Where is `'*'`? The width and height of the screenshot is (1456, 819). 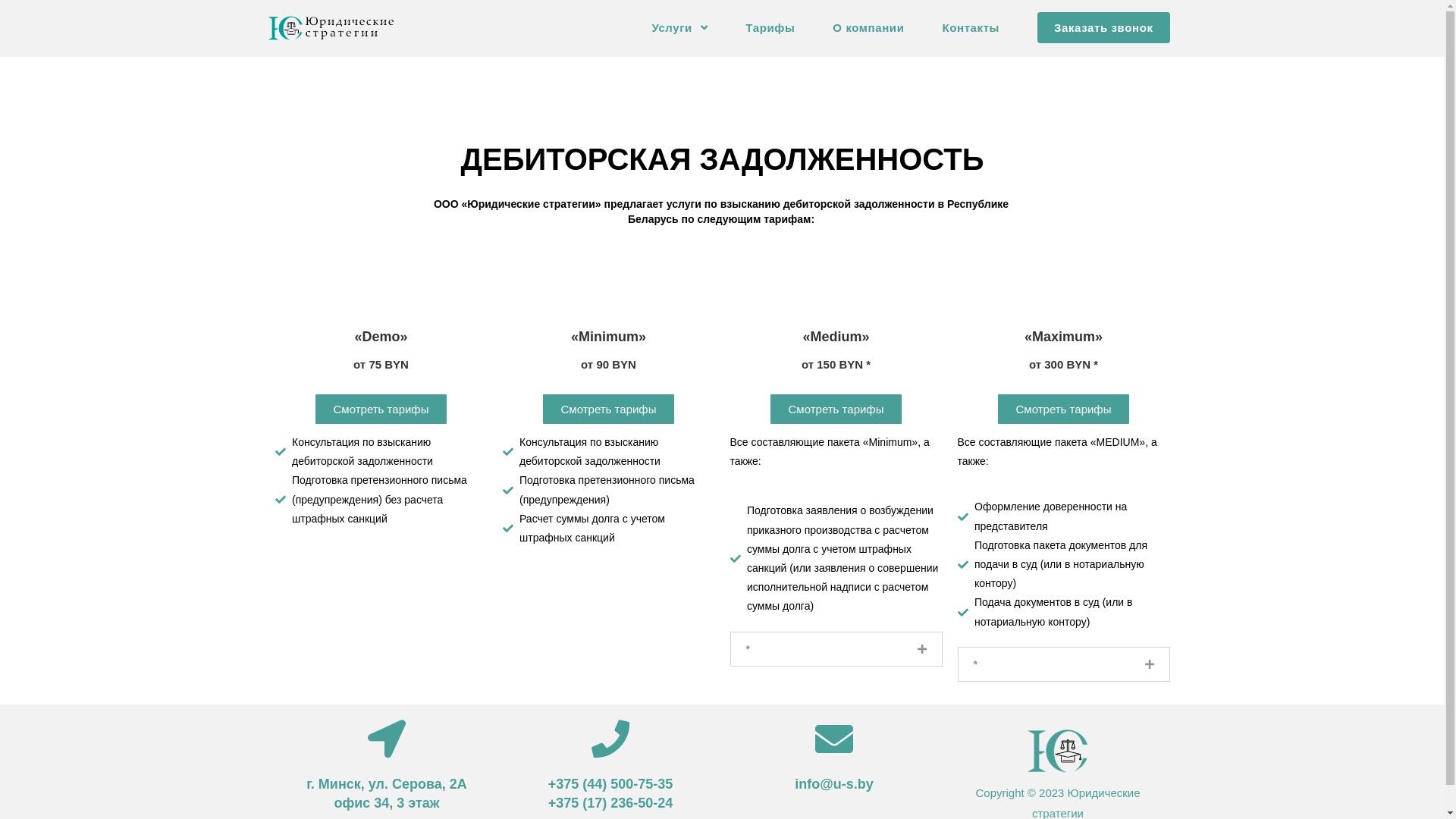
'*' is located at coordinates (748, 648).